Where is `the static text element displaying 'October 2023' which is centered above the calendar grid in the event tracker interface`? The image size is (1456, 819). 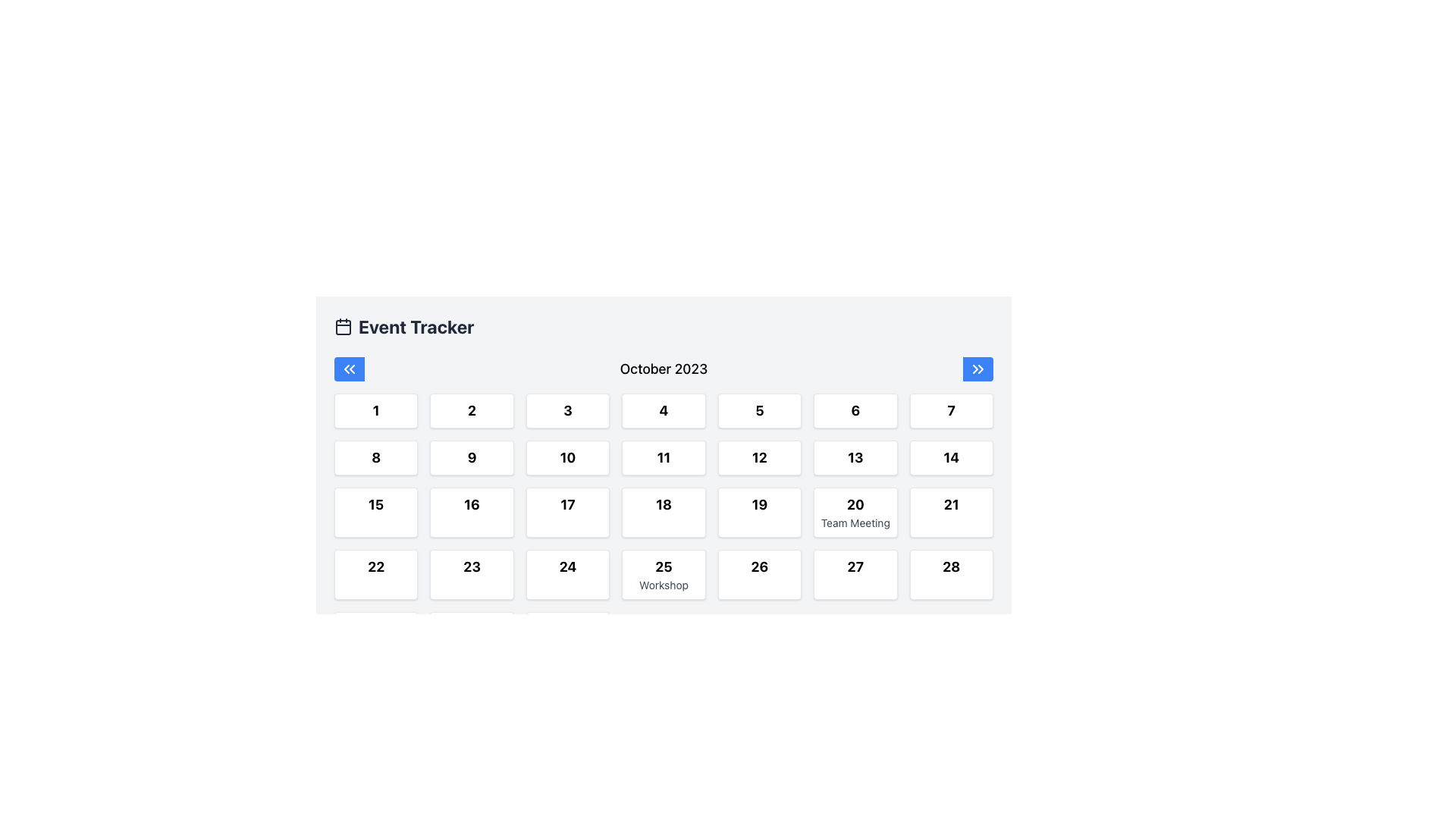
the static text element displaying 'October 2023' which is centered above the calendar grid in the event tracker interface is located at coordinates (664, 369).